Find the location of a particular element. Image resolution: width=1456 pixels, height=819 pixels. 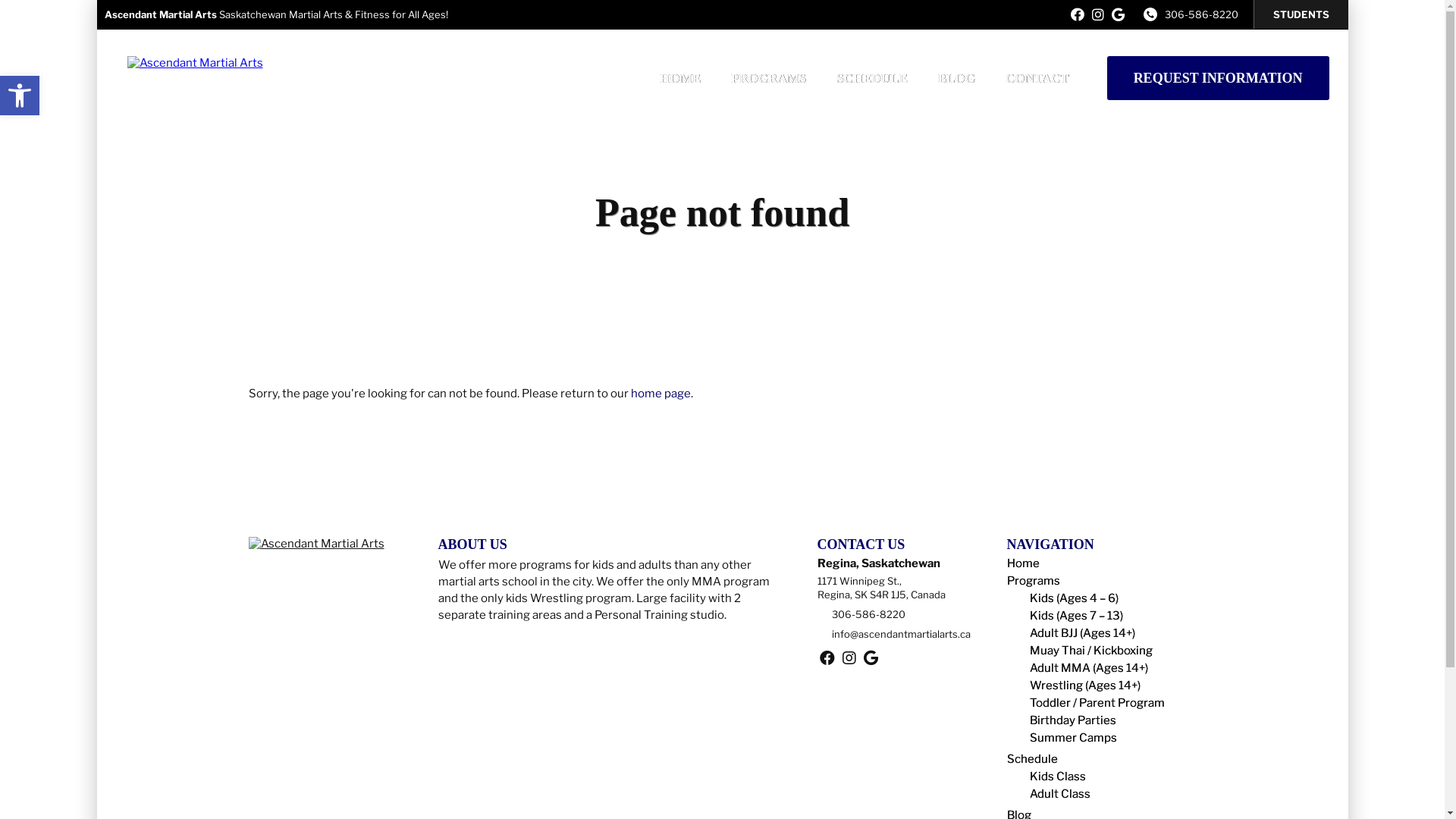

'HOME' is located at coordinates (679, 77).